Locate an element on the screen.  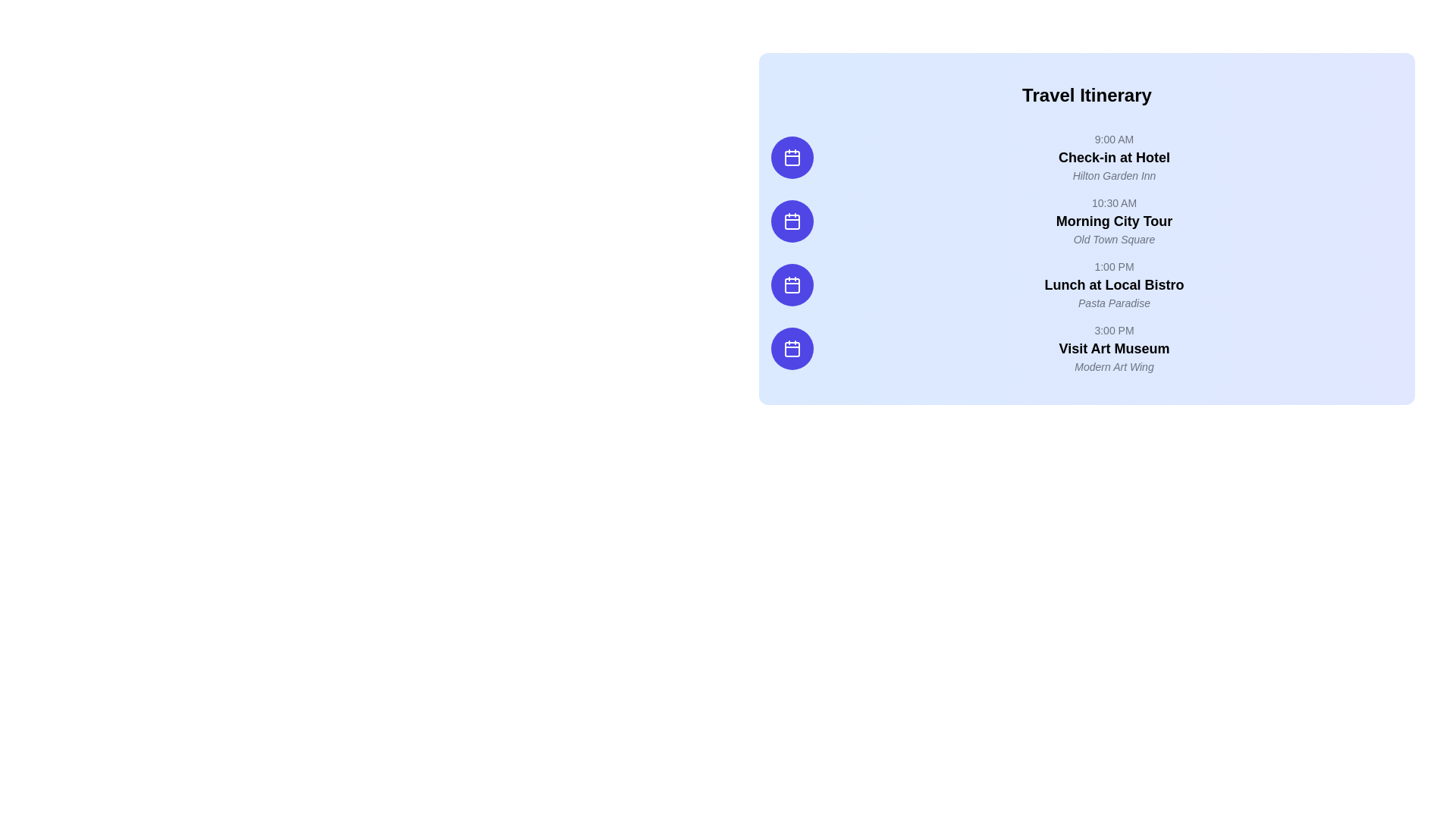
the italicized text 'Pasta Paradise' displayed in gray color, located between 'Lunch at Local Bistro' and the next itinerary entry is located at coordinates (1114, 303).